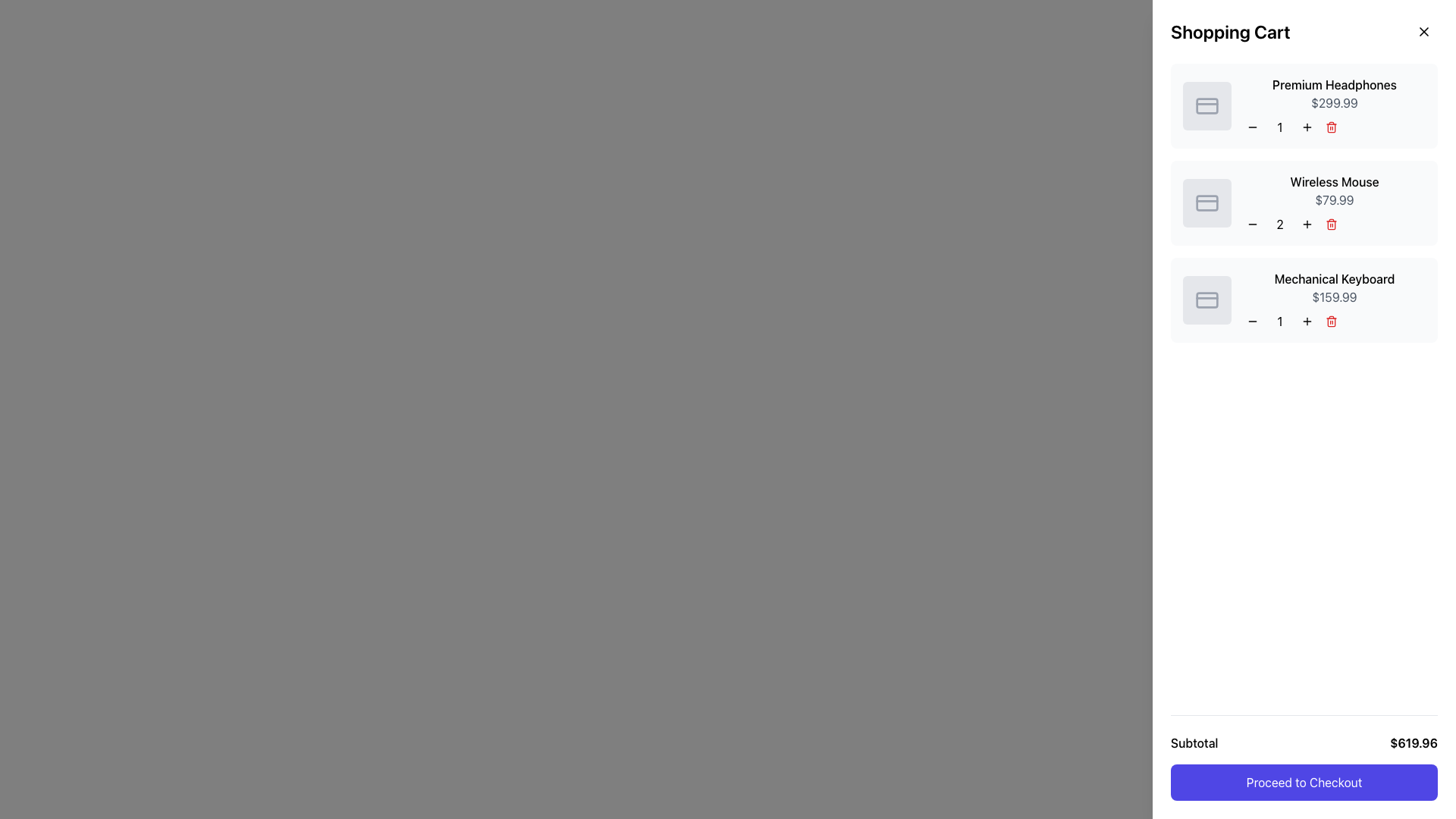  I want to click on the 'Premium Headphones' icon located within the rounded rectangular button, so click(1207, 105).